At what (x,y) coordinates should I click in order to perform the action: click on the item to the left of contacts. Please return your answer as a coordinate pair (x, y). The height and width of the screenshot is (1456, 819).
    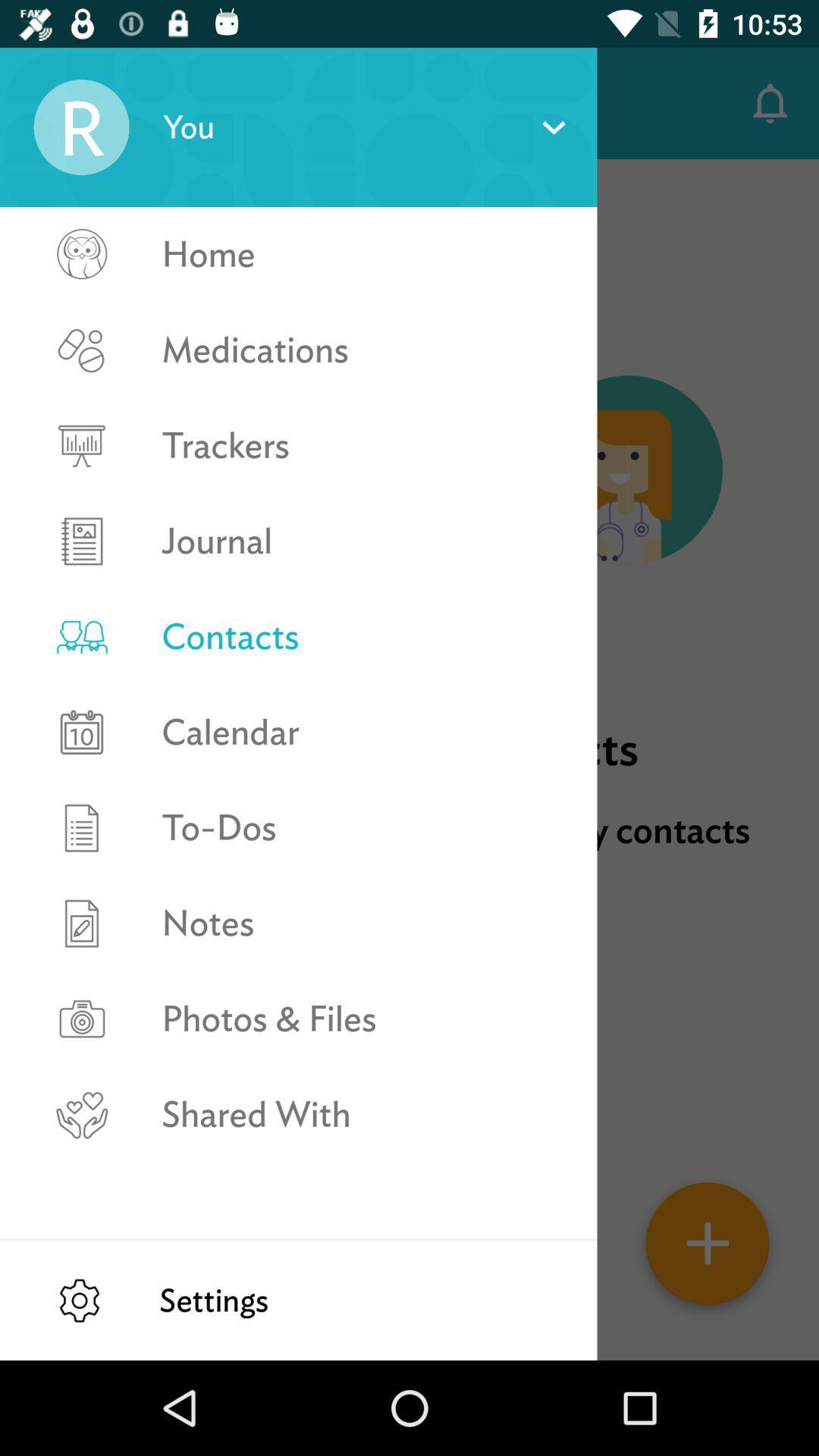
    Looking at the image, I should click on (55, 102).